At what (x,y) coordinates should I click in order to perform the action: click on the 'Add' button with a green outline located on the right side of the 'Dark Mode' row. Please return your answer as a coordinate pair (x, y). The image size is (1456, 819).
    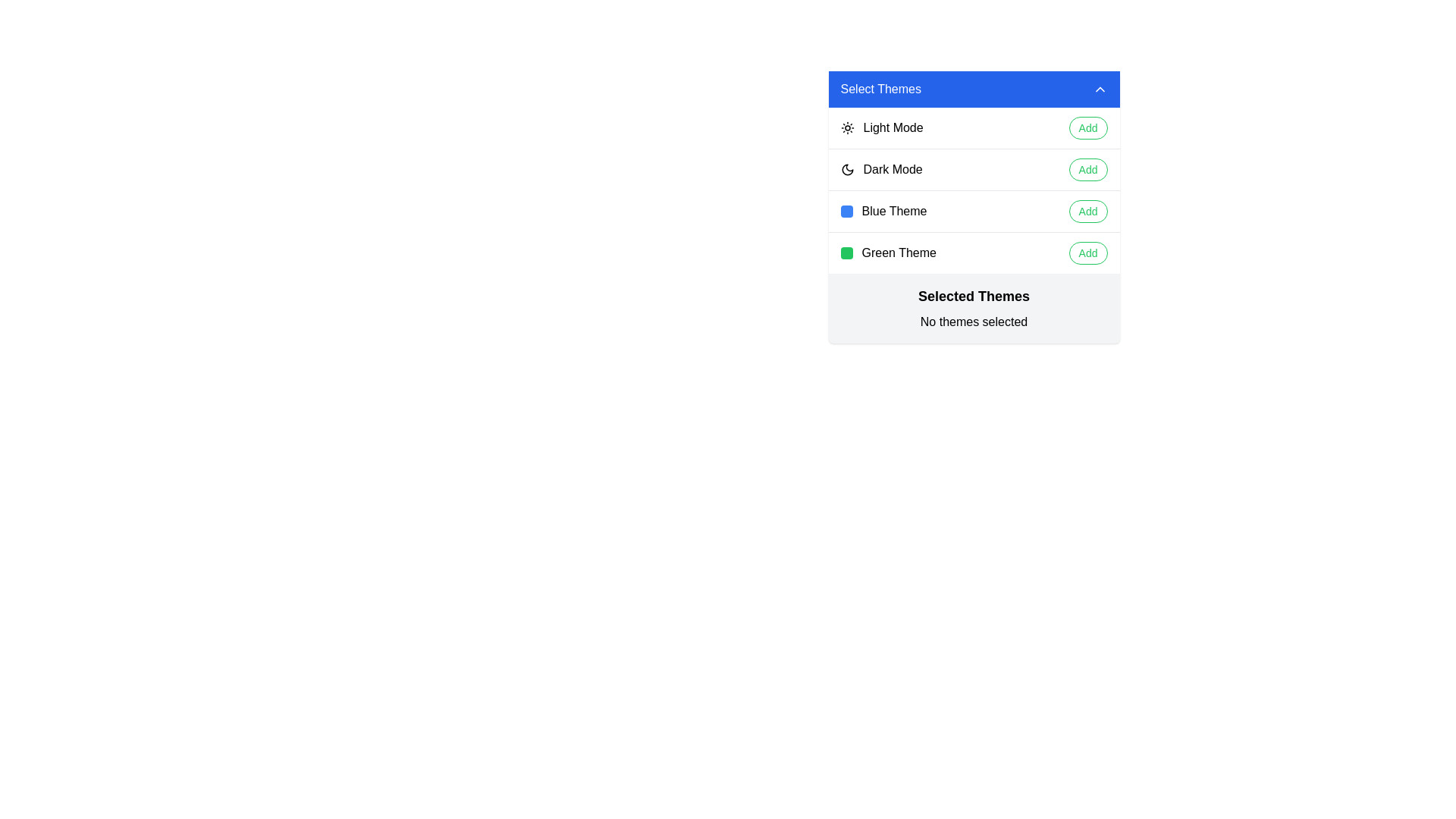
    Looking at the image, I should click on (1087, 169).